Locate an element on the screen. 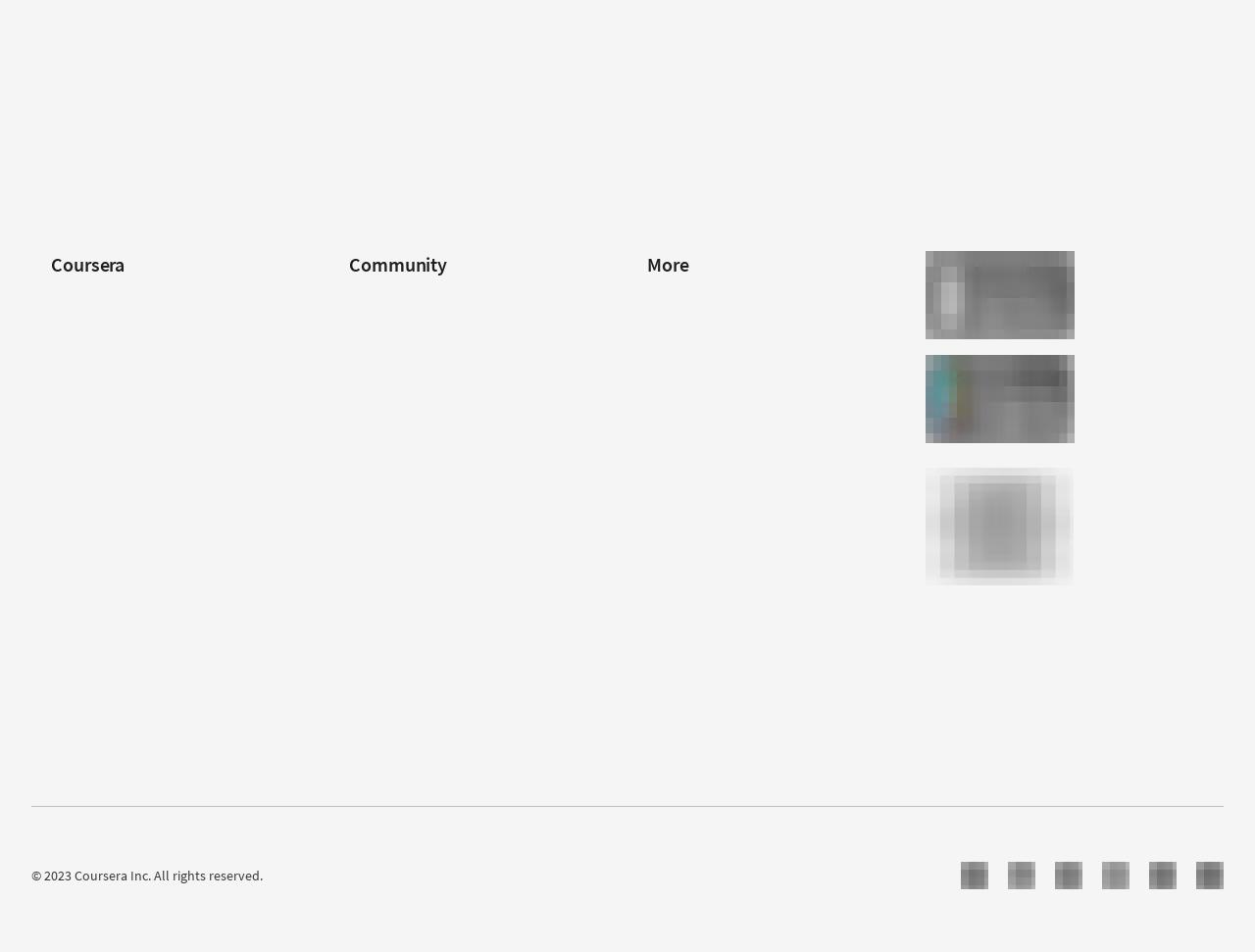 The height and width of the screenshot is (952, 1255). 'Coursera Plus' is located at coordinates (50, 446).